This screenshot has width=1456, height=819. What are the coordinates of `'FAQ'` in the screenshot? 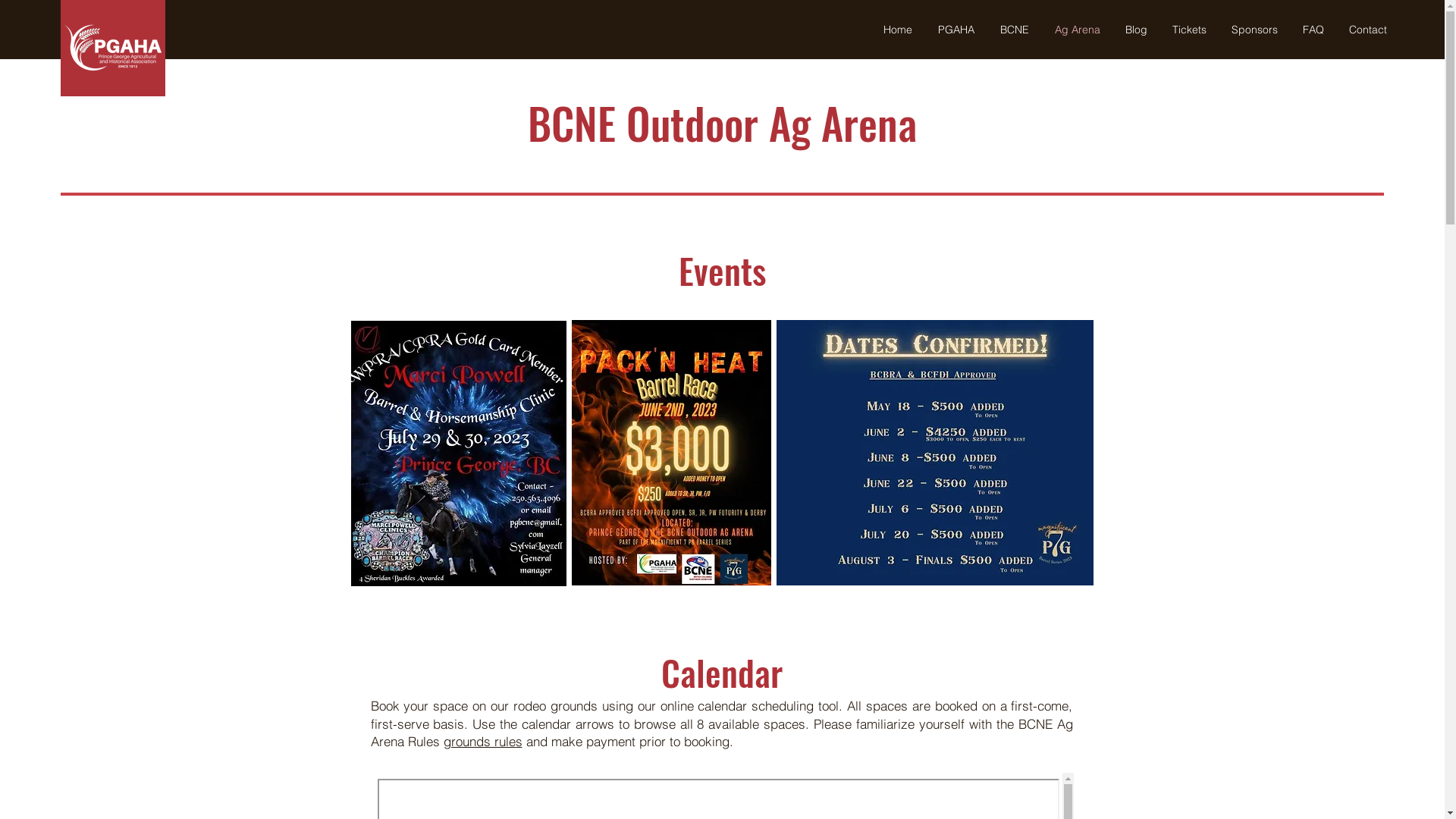 It's located at (1312, 29).